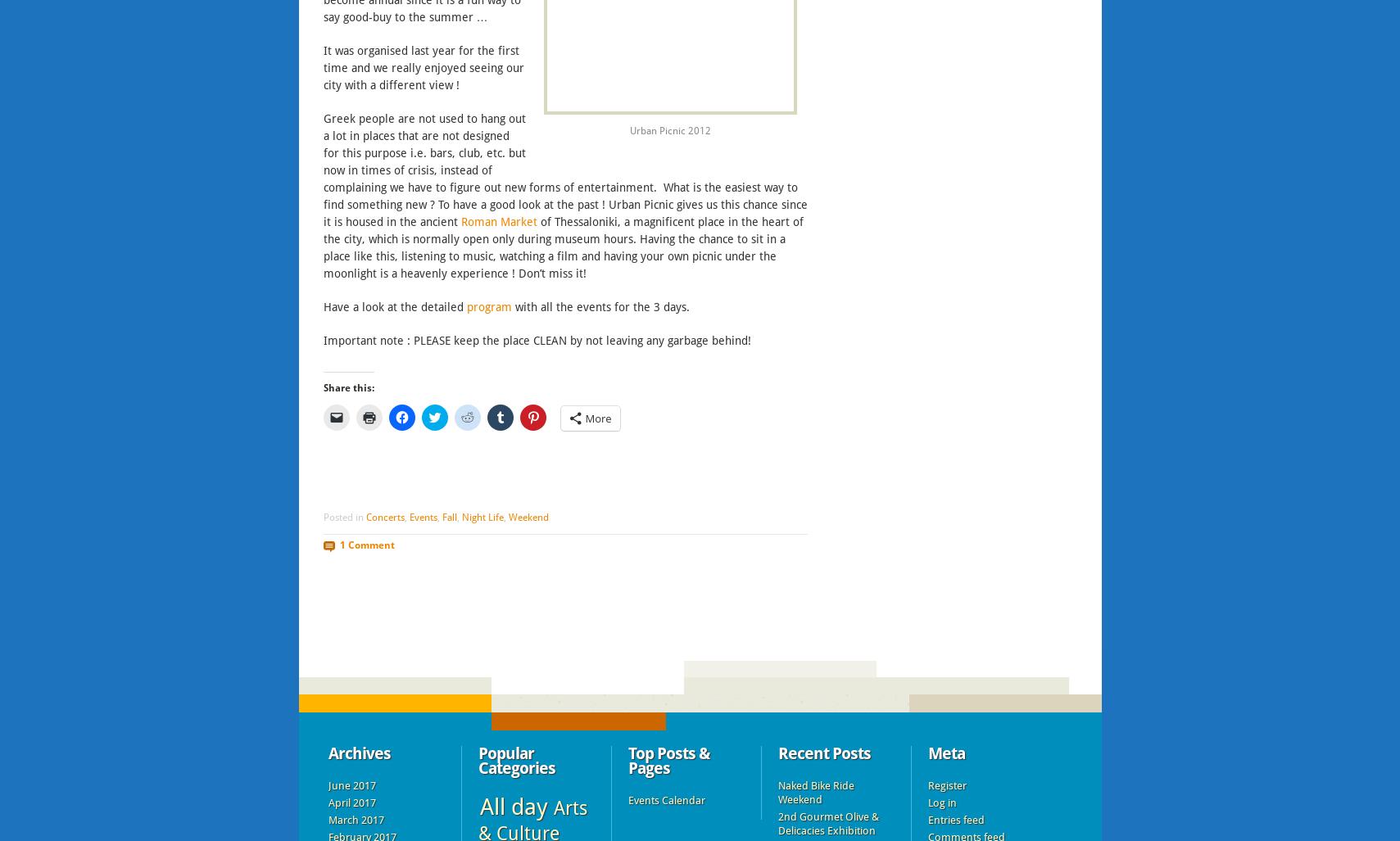 The height and width of the screenshot is (841, 1400). What do you see at coordinates (597, 418) in the screenshot?
I see `'More'` at bounding box center [597, 418].